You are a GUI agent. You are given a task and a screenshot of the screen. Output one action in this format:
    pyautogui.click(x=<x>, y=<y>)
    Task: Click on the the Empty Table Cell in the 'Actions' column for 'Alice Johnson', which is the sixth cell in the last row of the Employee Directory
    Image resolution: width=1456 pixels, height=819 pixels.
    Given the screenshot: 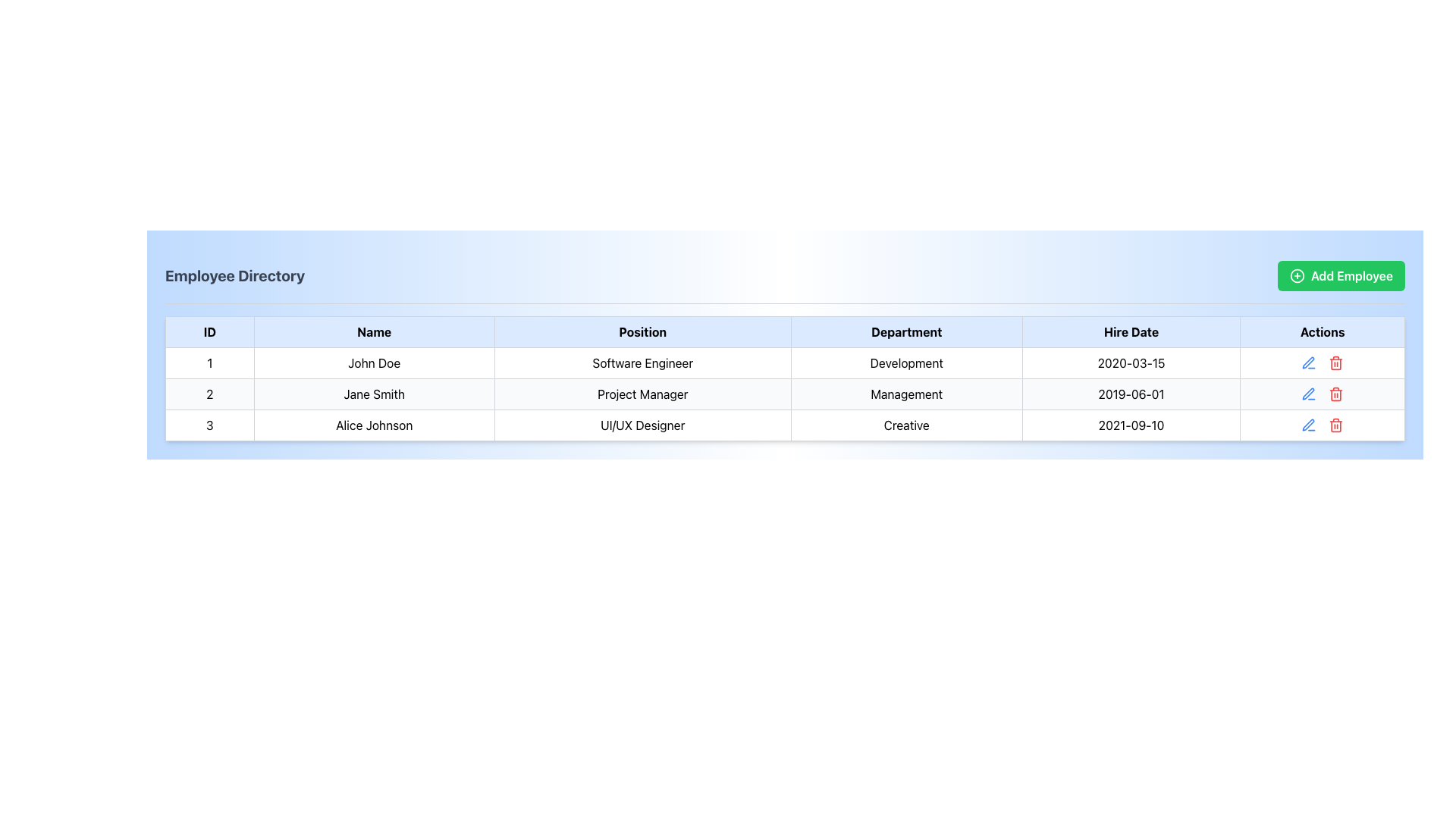 What is the action you would take?
    pyautogui.click(x=1322, y=425)
    